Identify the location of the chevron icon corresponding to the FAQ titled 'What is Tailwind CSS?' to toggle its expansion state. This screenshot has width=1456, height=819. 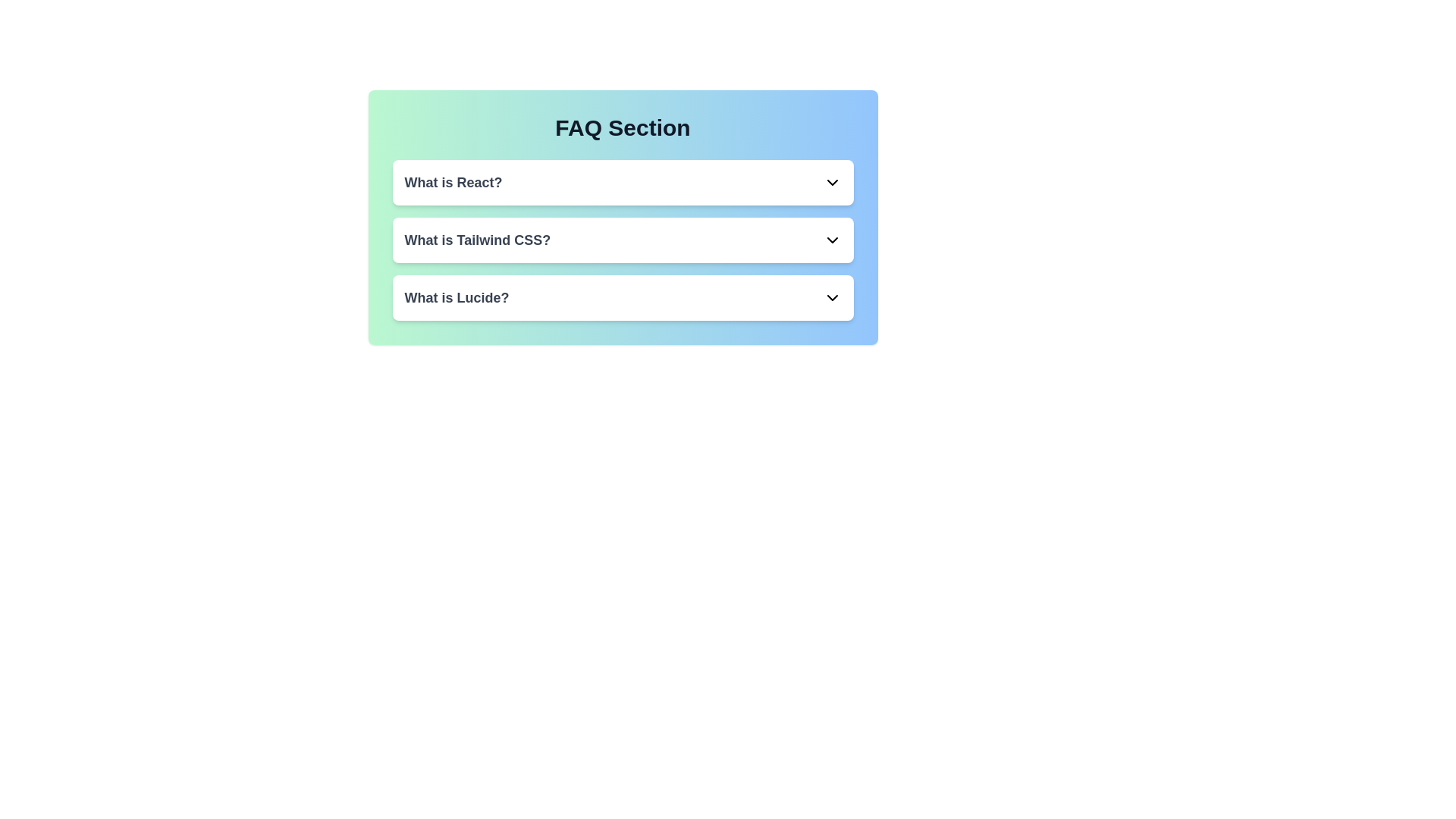
(831, 239).